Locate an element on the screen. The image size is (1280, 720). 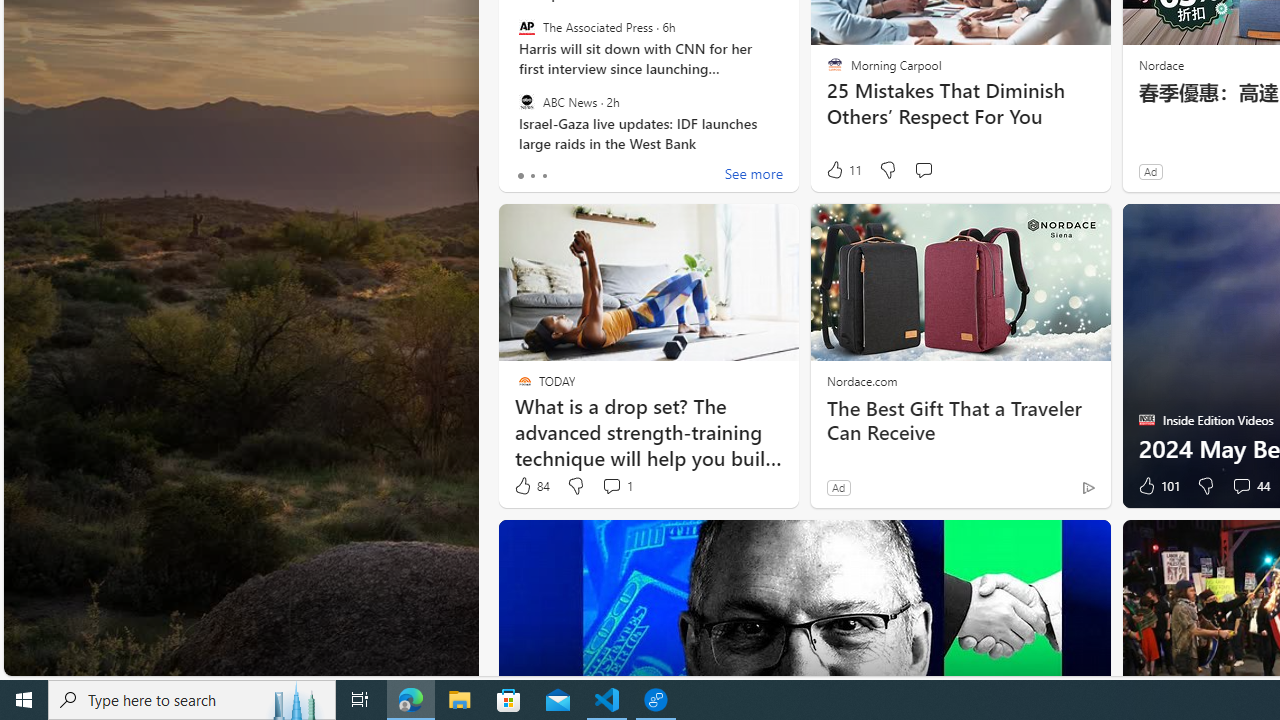
'View comments 44 Comment' is located at coordinates (1240, 486).